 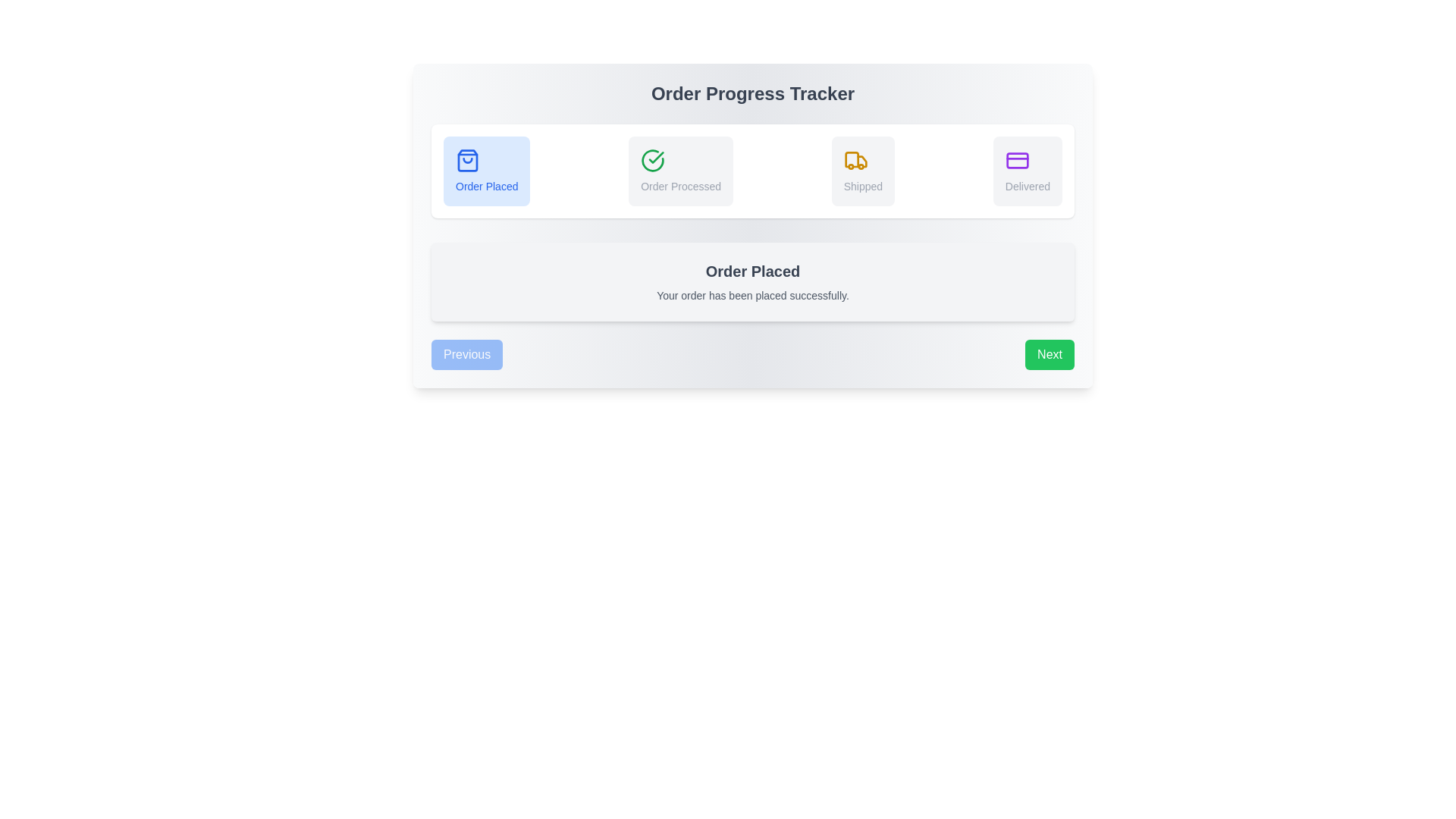 I want to click on the status text of the 'Delivered' status card in the Order Progress Tracker, which is the fourth card in the sequence, so click(x=1028, y=171).